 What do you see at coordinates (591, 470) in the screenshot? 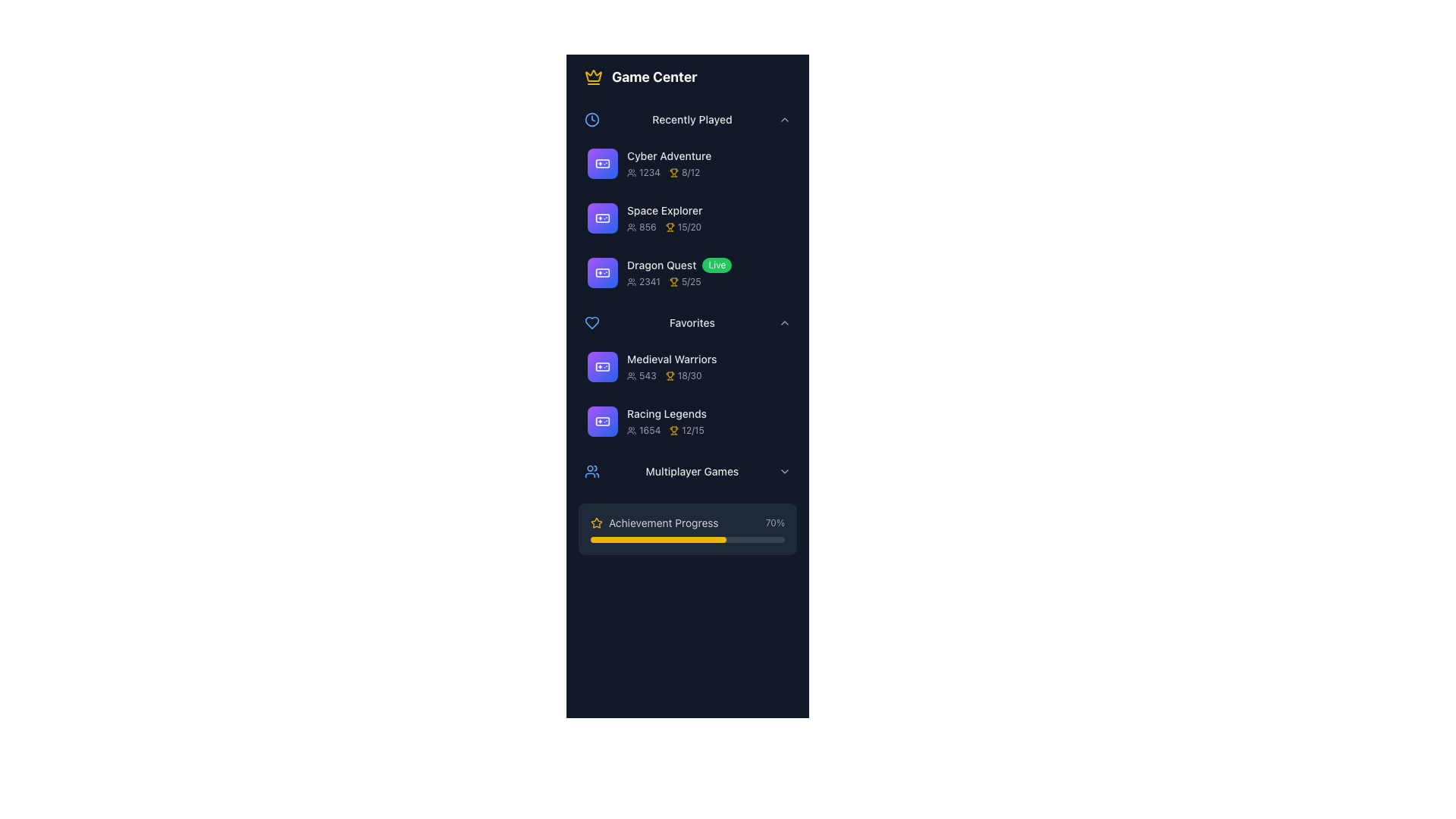
I see `the 'Multiplayer Games' icon located in the lower section of the 'Game Center' panel, positioned to the far left of the text label` at bounding box center [591, 470].